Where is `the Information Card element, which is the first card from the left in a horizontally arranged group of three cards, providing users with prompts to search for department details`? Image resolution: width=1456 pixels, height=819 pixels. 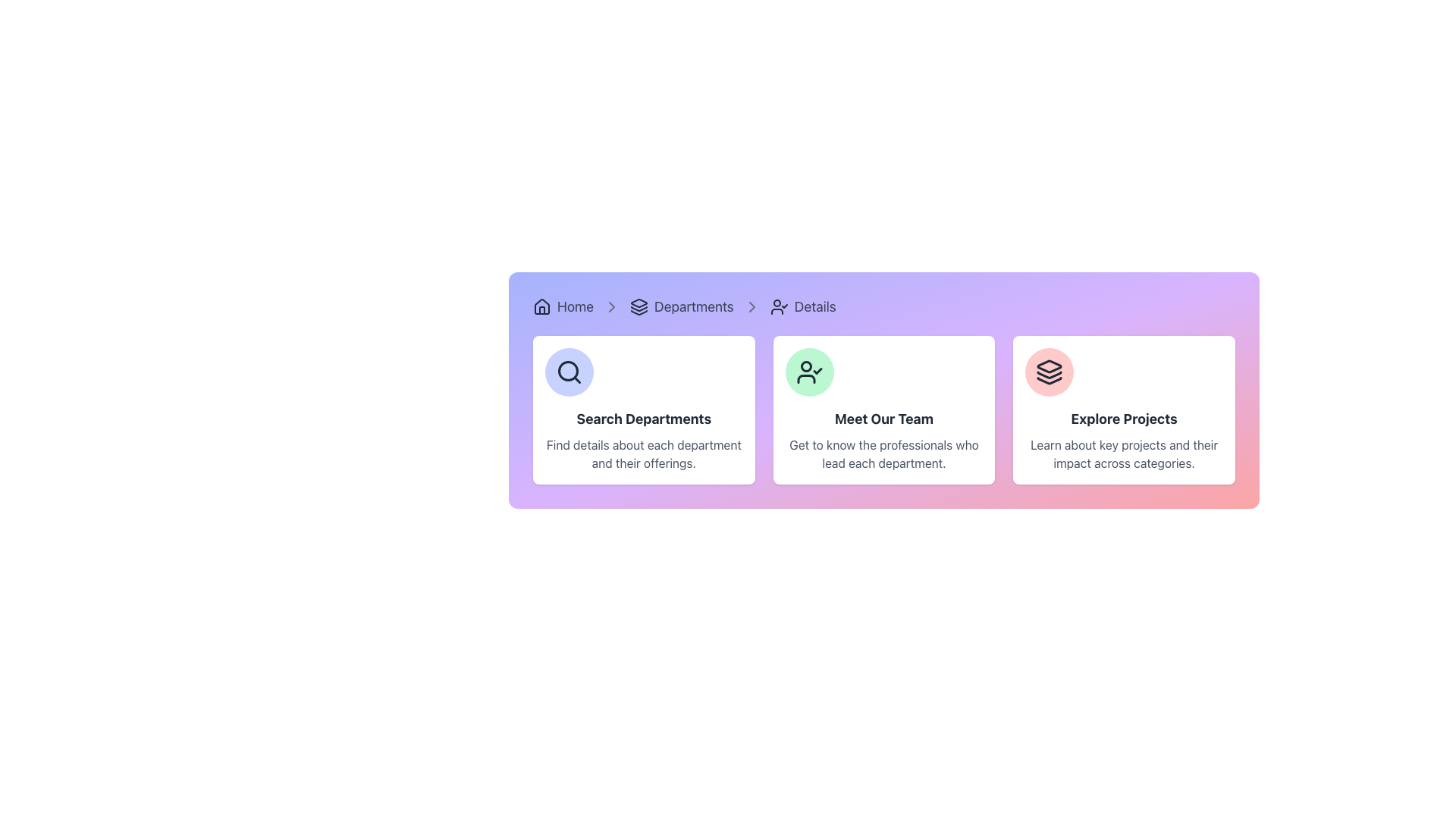
the Information Card element, which is the first card from the left in a horizontally arranged group of three cards, providing users with prompts to search for department details is located at coordinates (644, 409).